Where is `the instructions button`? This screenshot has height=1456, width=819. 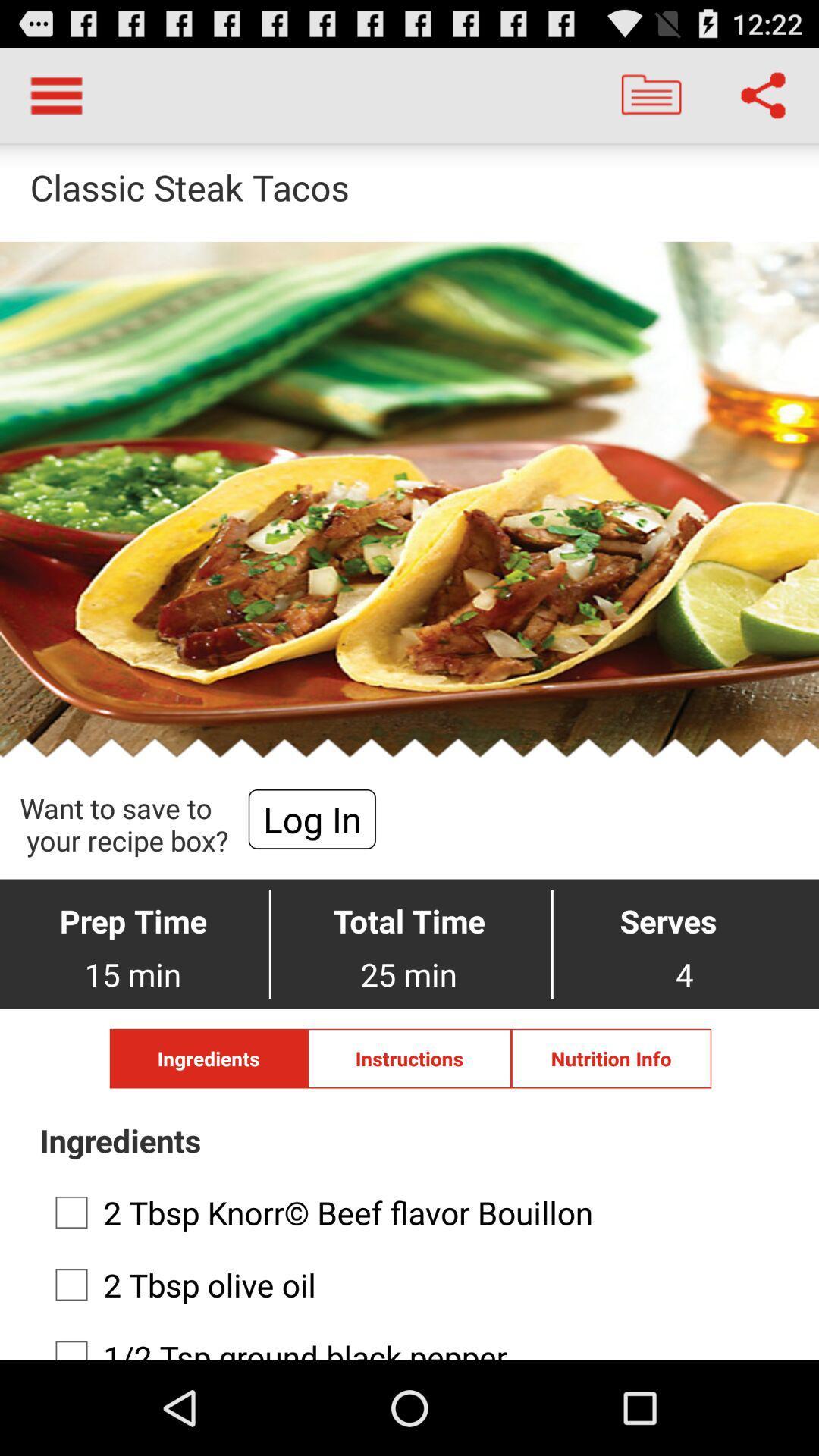 the instructions button is located at coordinates (409, 1058).